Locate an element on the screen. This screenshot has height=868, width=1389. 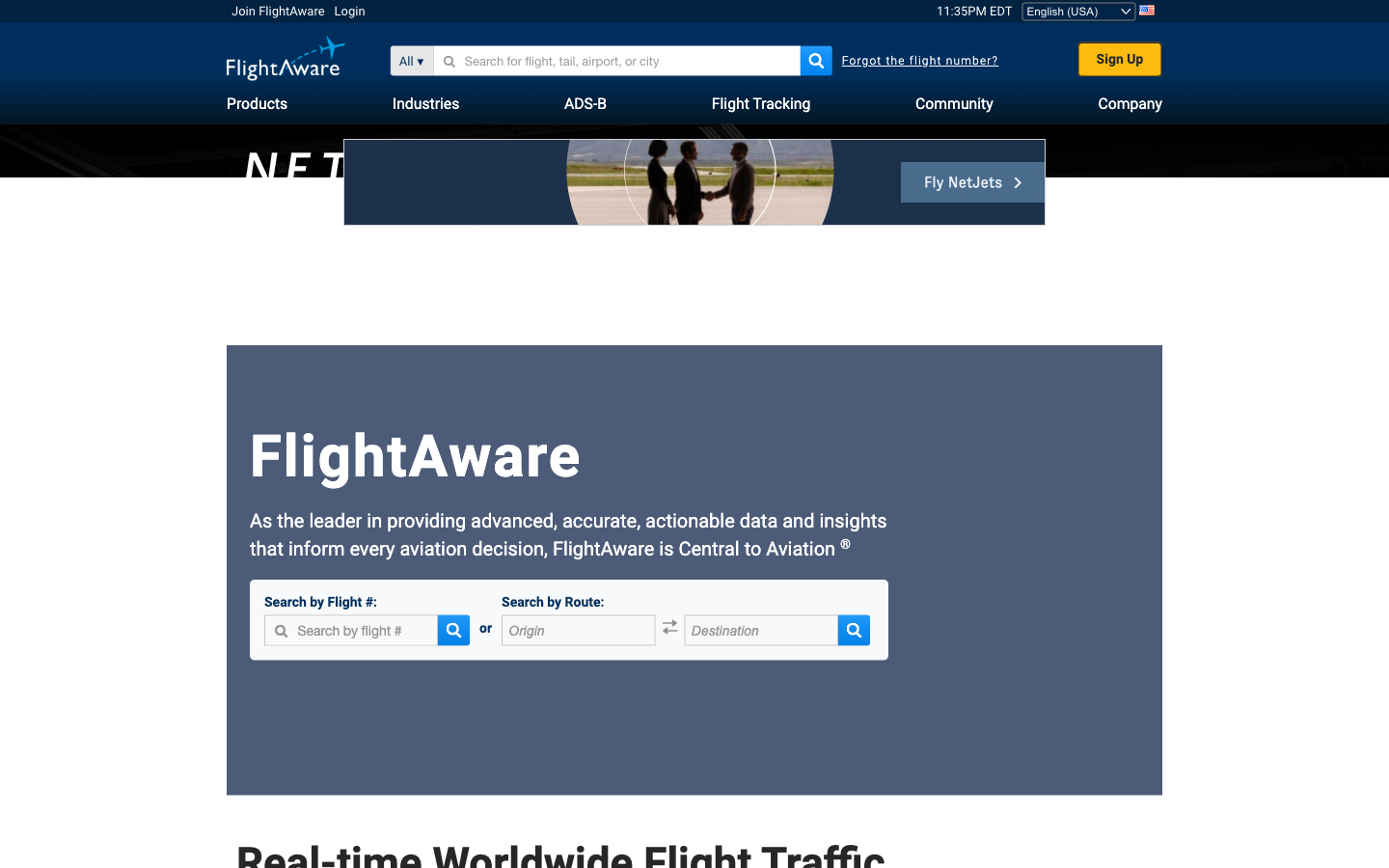
the second option from the language dropdown menu using the mouse is located at coordinates (1078, 10).